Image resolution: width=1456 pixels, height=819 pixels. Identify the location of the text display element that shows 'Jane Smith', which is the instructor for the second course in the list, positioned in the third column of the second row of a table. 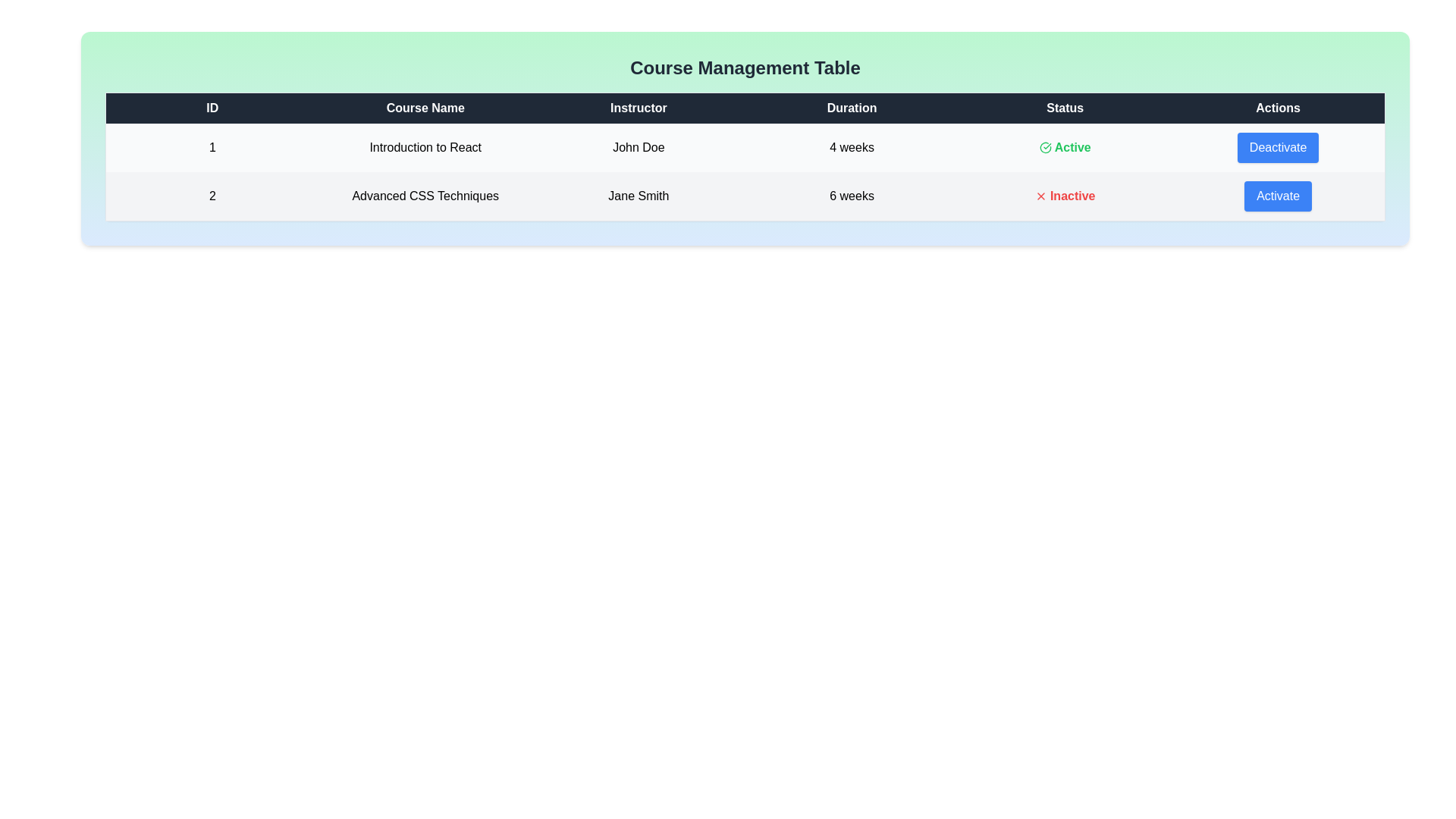
(639, 196).